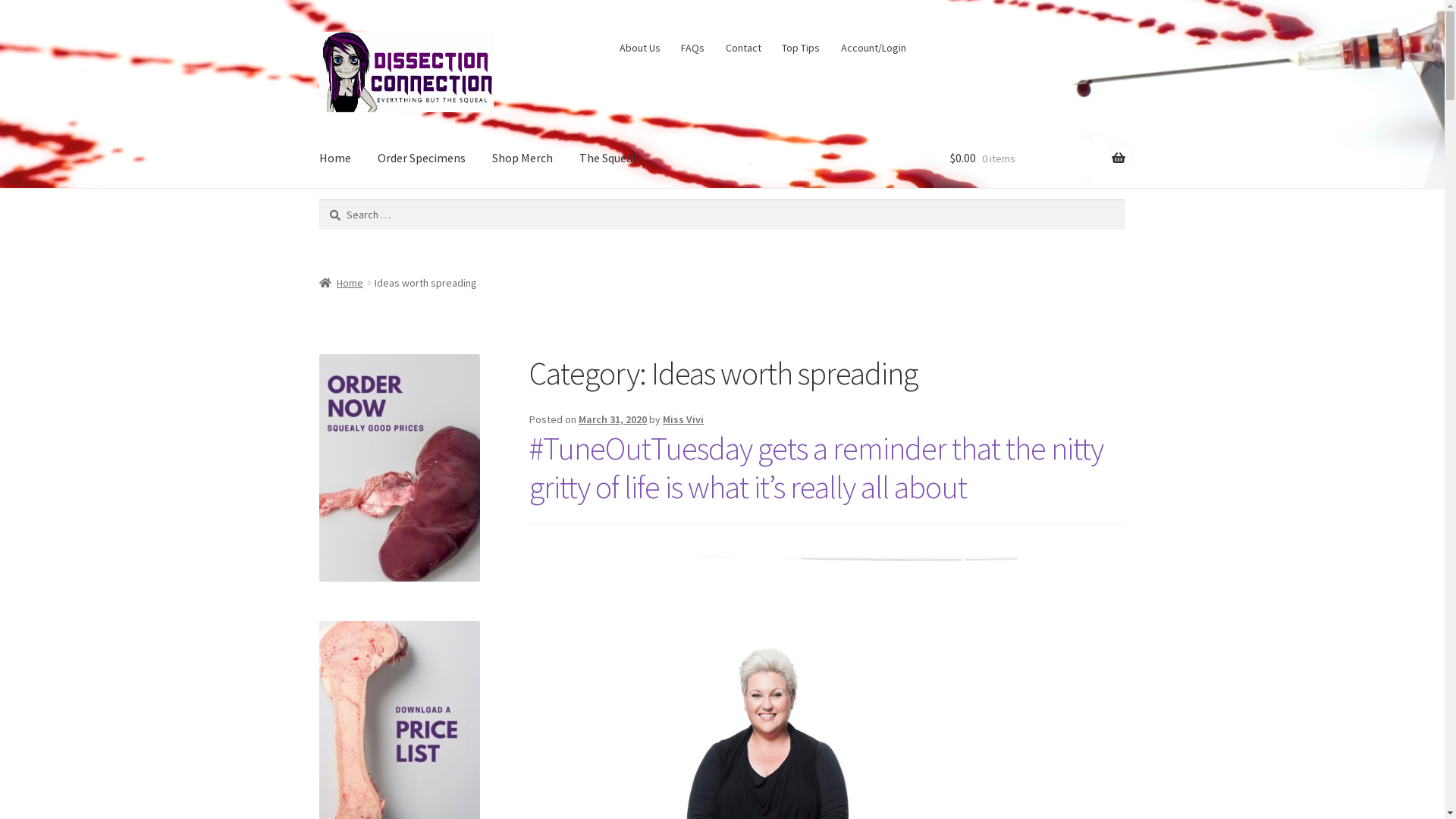 The height and width of the screenshot is (819, 1456). I want to click on 'Miss Vivi', so click(682, 419).